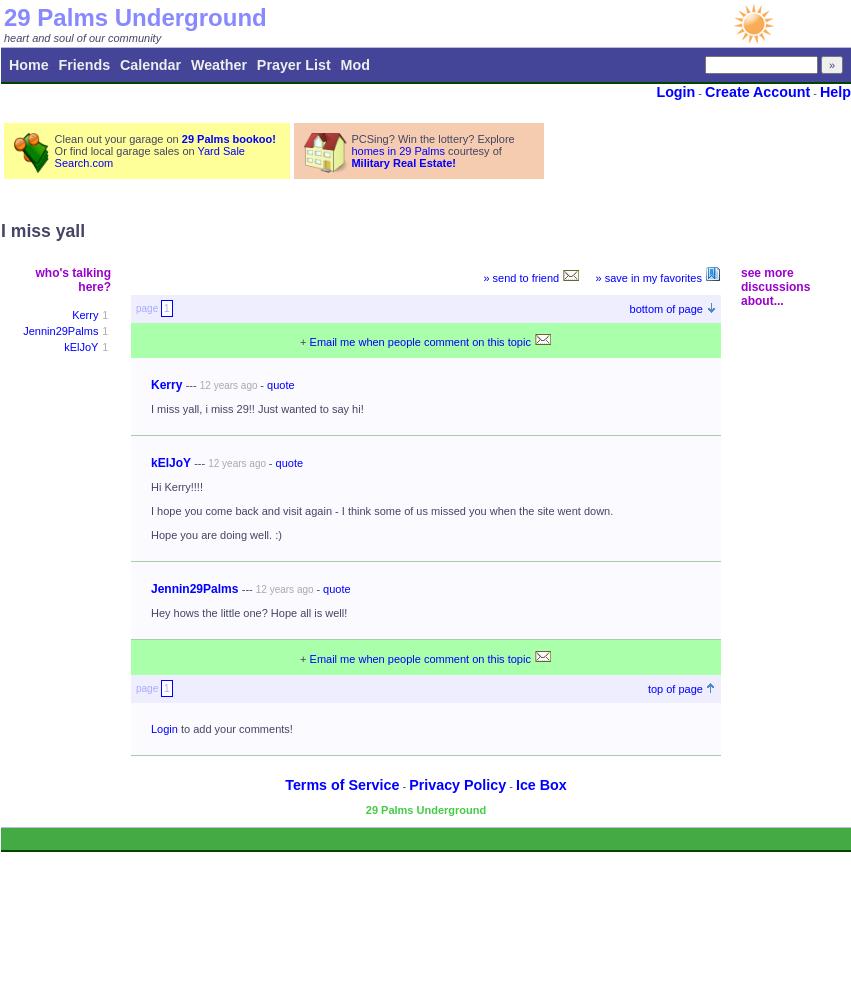 This screenshot has height=1000, width=851. What do you see at coordinates (540, 785) in the screenshot?
I see `'Ice Box'` at bounding box center [540, 785].